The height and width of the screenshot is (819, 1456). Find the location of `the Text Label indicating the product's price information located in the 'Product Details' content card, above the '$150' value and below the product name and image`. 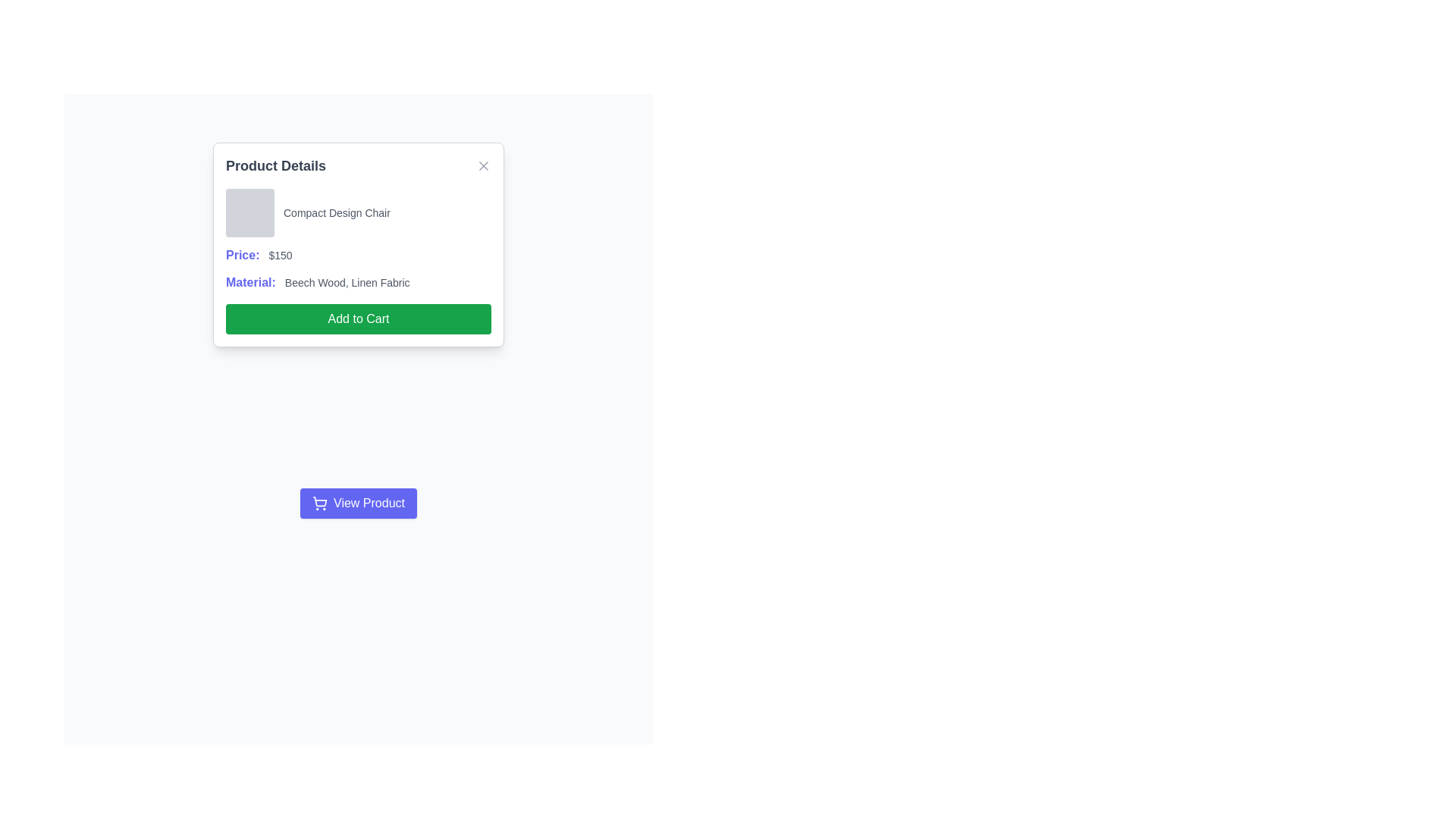

the Text Label indicating the product's price information located in the 'Product Details' content card, above the '$150' value and below the product name and image is located at coordinates (243, 254).